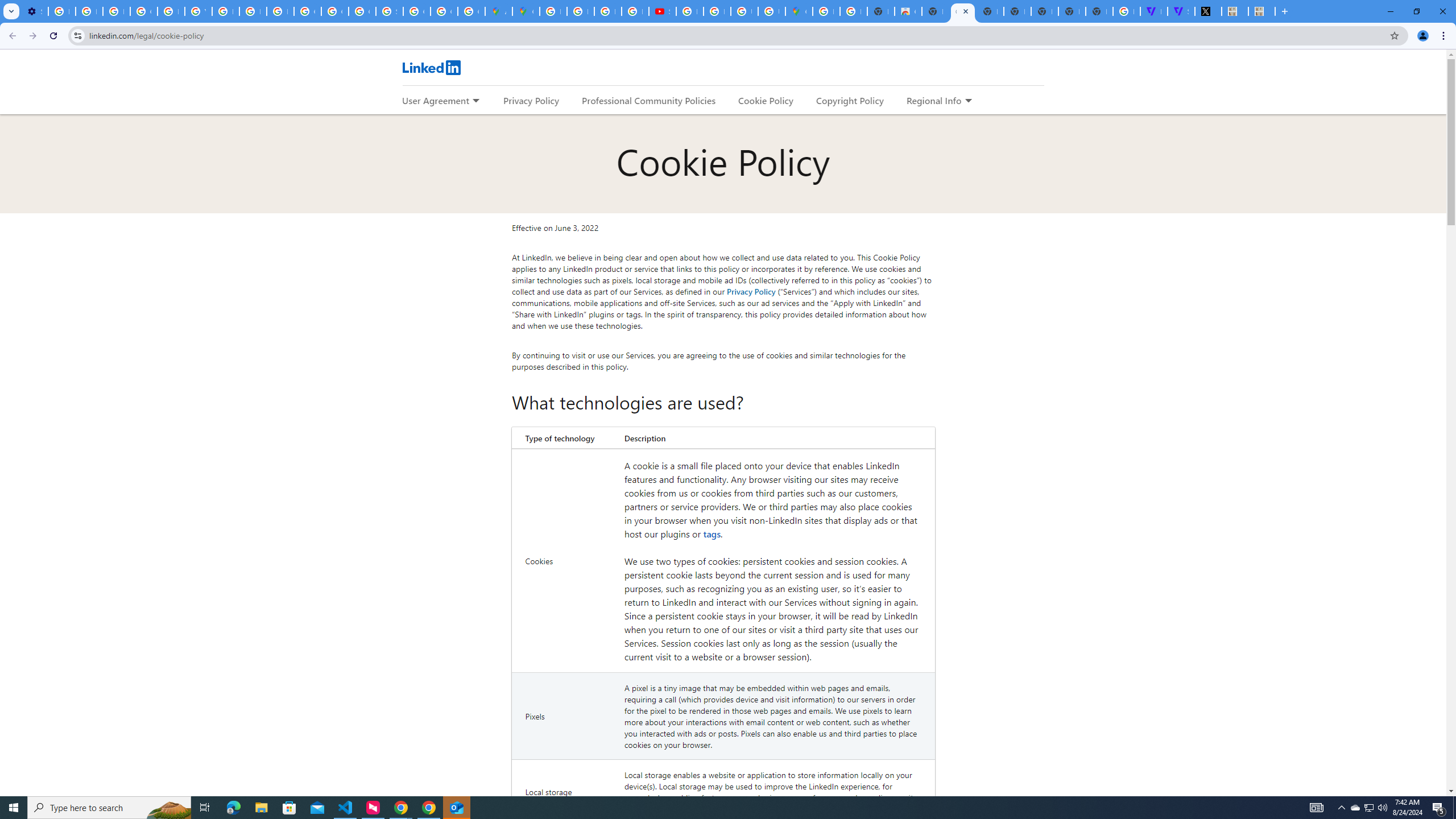  What do you see at coordinates (170, 11) in the screenshot?
I see `'Privacy Help Center - Policies Help'` at bounding box center [170, 11].